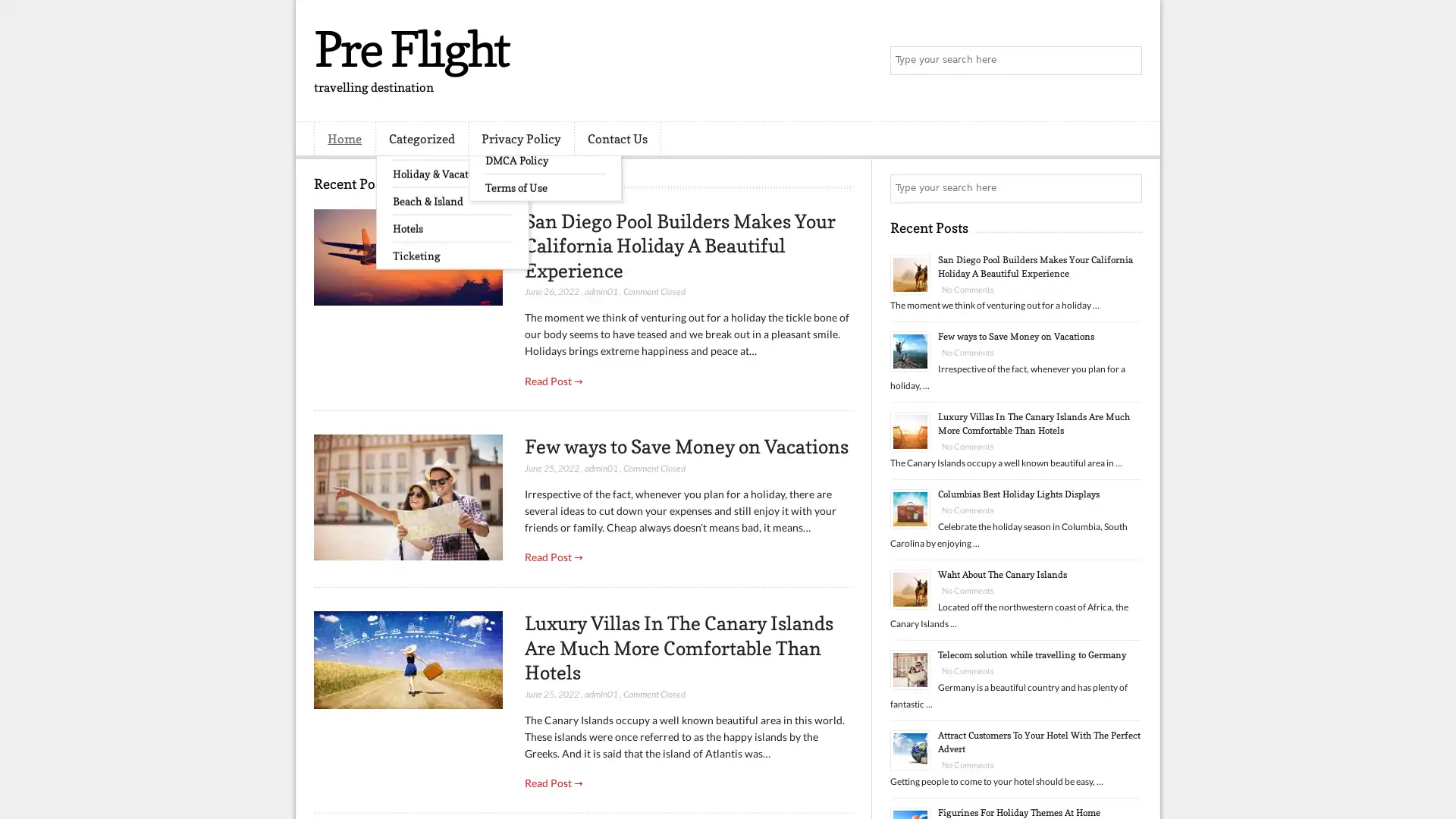 The width and height of the screenshot is (1456, 819). What do you see at coordinates (1126, 61) in the screenshot?
I see `Search` at bounding box center [1126, 61].